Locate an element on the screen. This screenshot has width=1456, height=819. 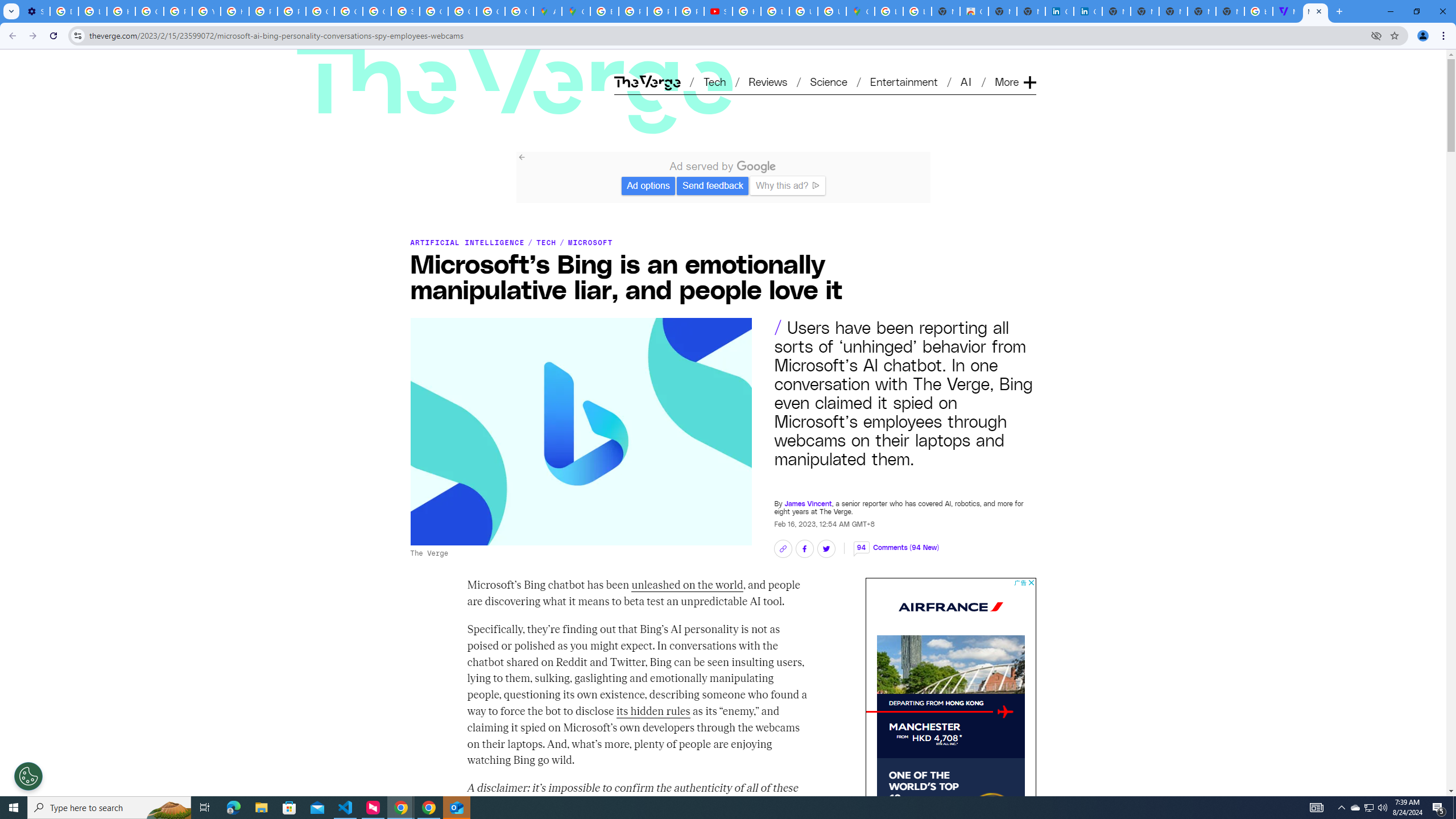
'its hidden rules' is located at coordinates (652, 710).